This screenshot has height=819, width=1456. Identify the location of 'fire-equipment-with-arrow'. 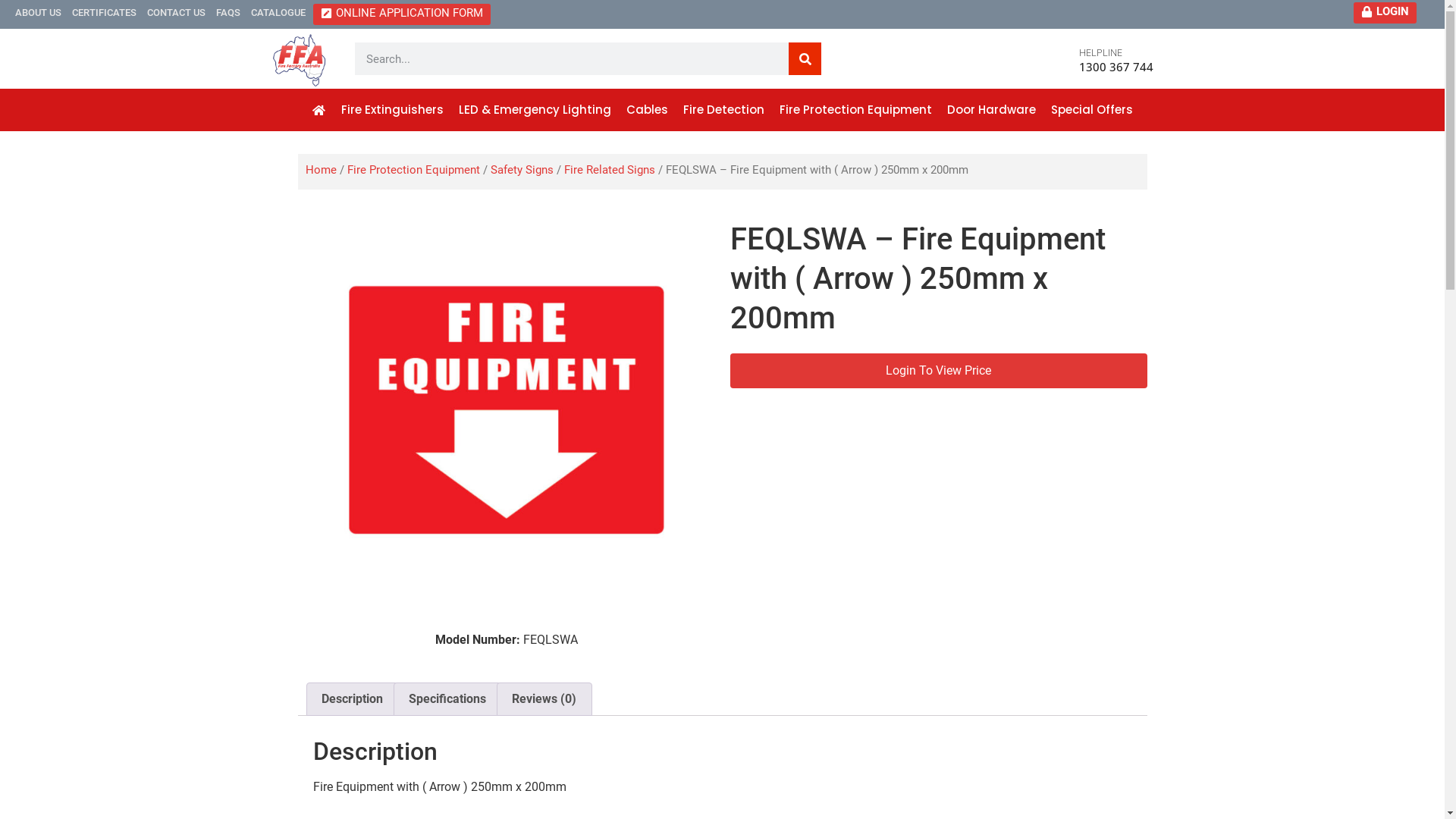
(506, 409).